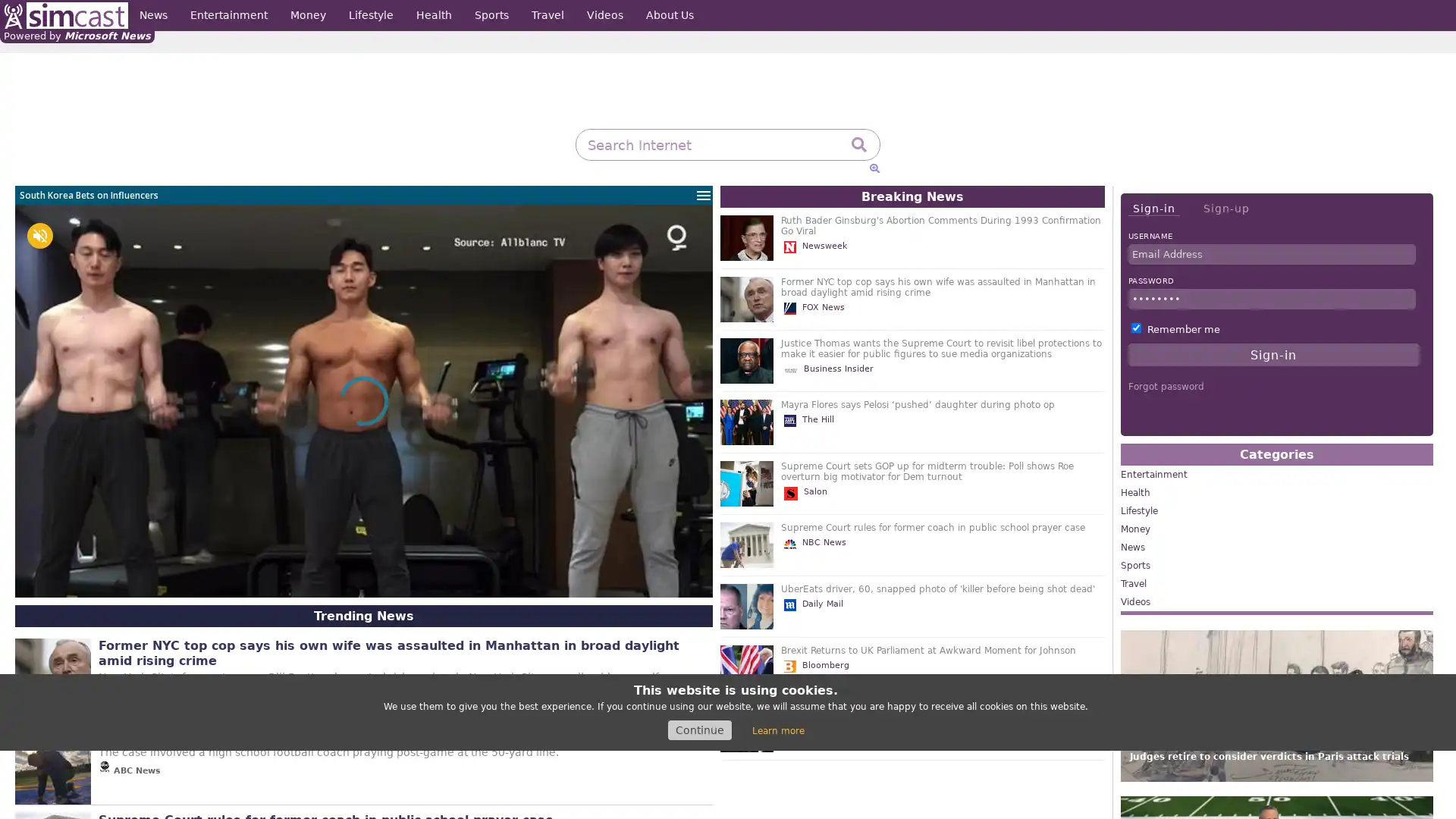 Image resolution: width=1456 pixels, height=819 pixels. What do you see at coordinates (1153, 209) in the screenshot?
I see `Sign-in` at bounding box center [1153, 209].